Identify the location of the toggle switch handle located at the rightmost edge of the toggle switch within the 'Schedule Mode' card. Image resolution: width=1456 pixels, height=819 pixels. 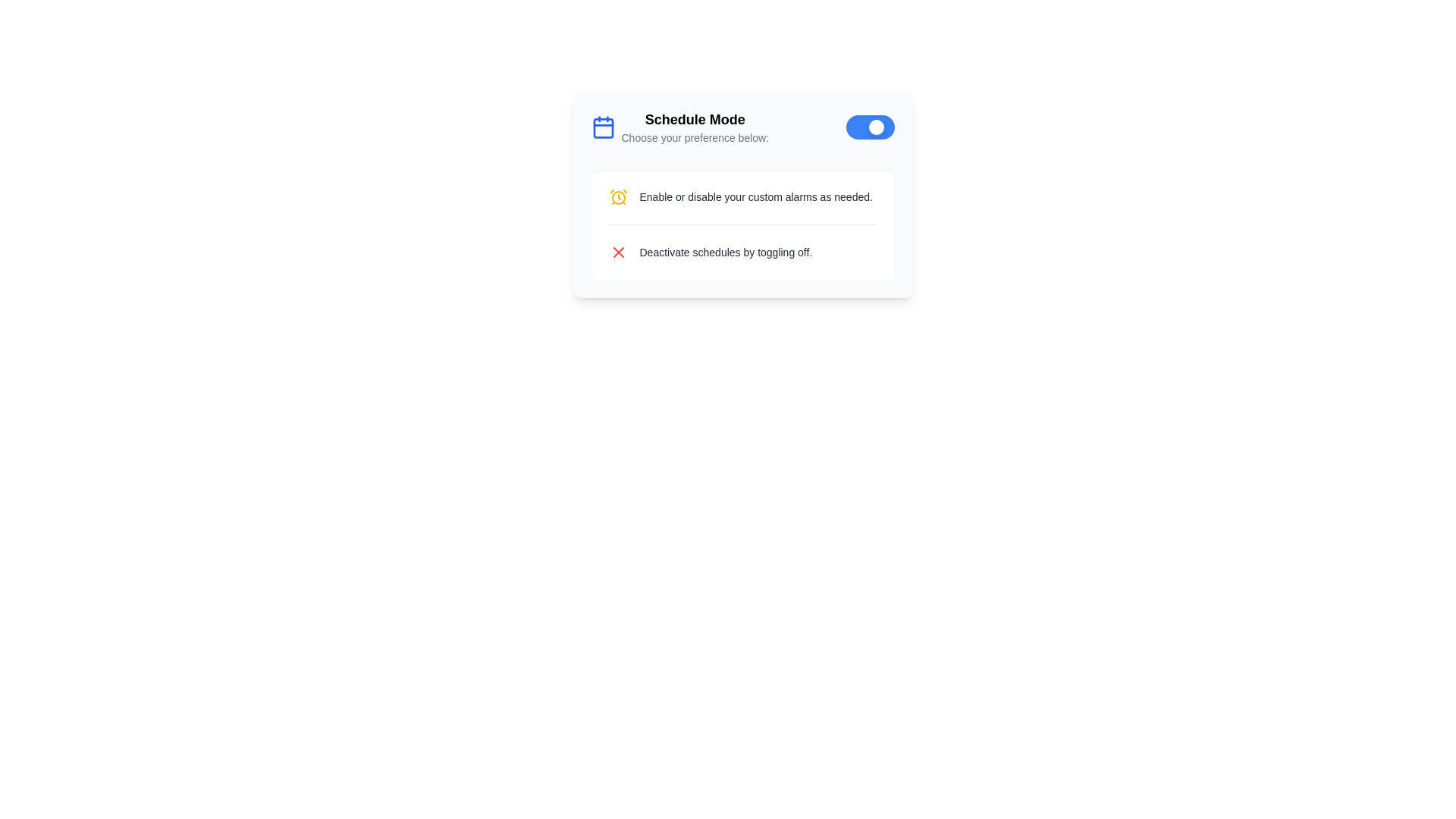
(876, 127).